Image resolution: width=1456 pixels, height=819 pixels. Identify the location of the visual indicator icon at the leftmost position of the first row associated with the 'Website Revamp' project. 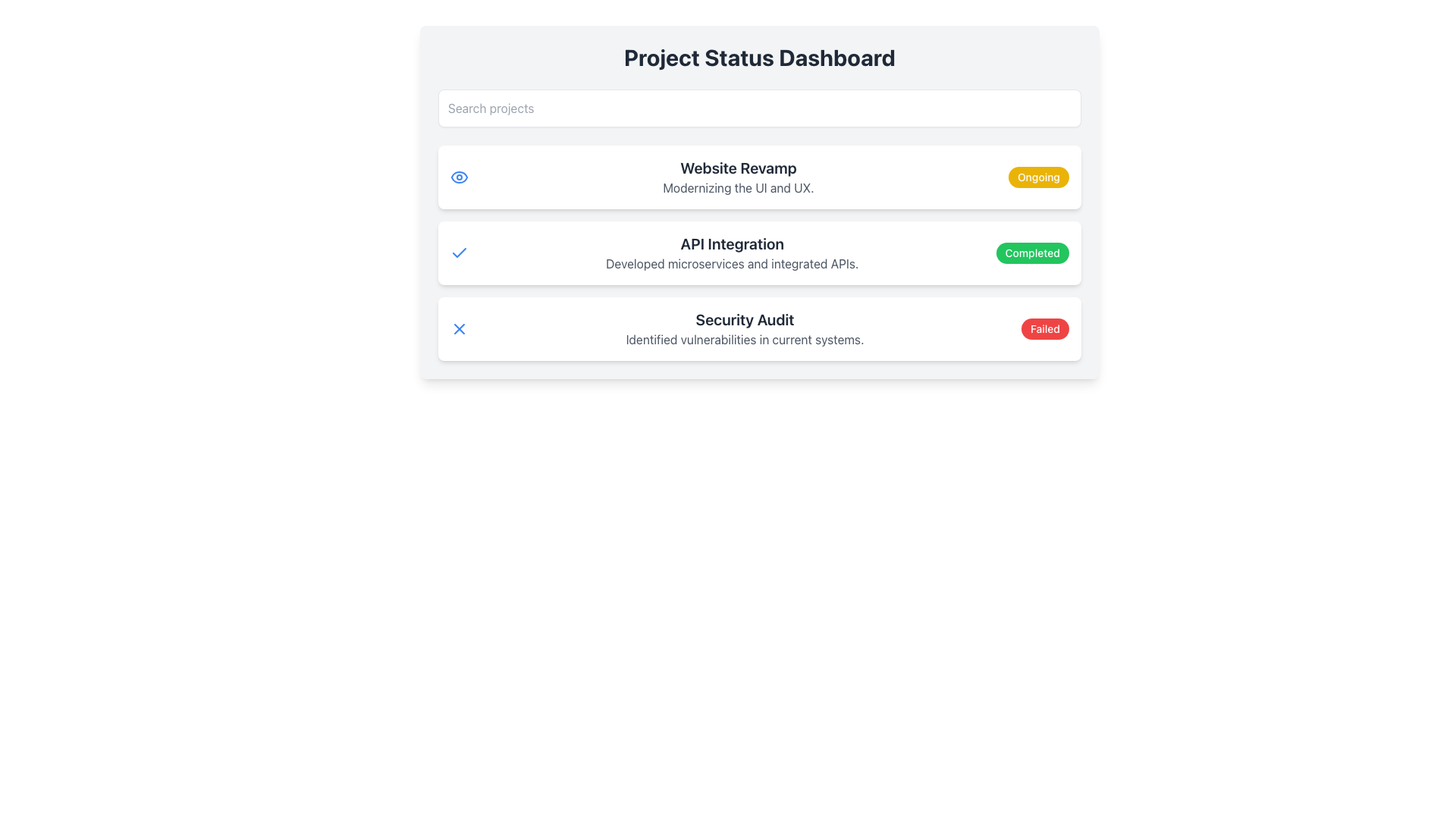
(458, 177).